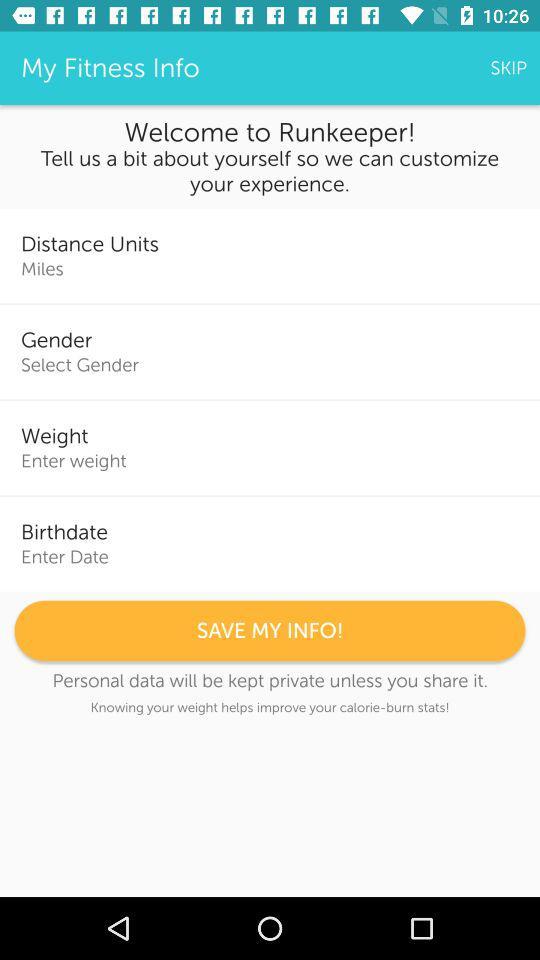 The height and width of the screenshot is (960, 540). Describe the element at coordinates (508, 68) in the screenshot. I see `the text at the right corner of the page shown below 1026` at that location.